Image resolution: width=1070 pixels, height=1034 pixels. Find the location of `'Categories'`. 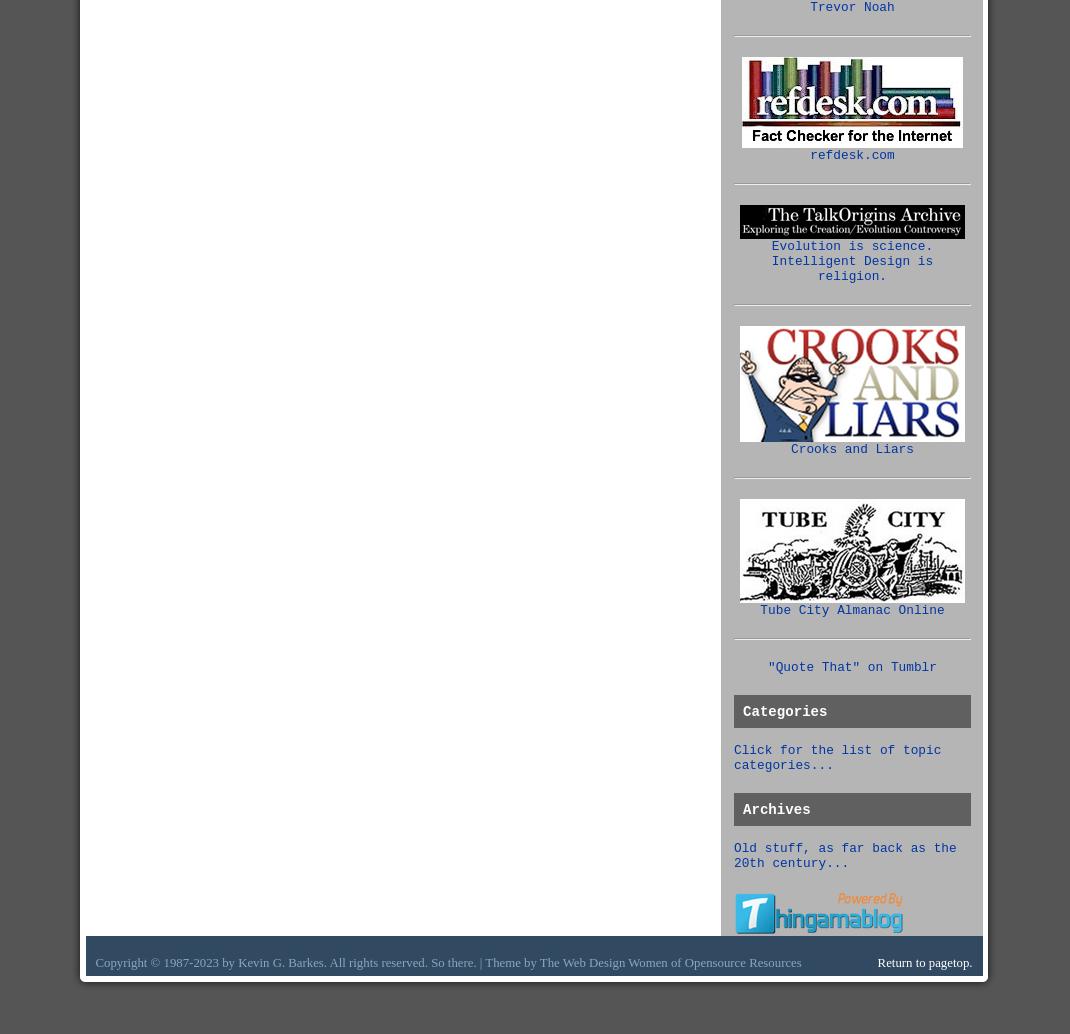

'Categories' is located at coordinates (783, 712).